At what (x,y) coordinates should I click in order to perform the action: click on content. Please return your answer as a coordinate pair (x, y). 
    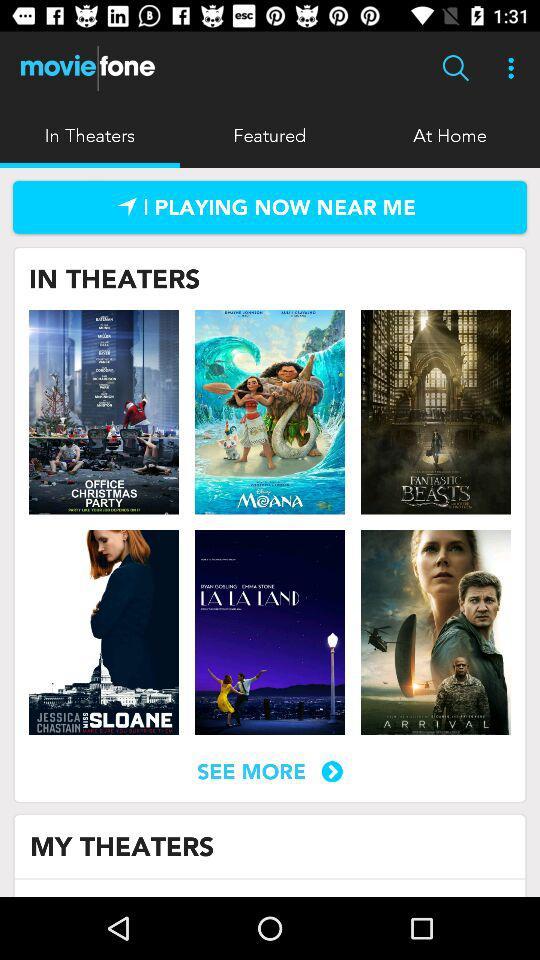
    Looking at the image, I should click on (270, 411).